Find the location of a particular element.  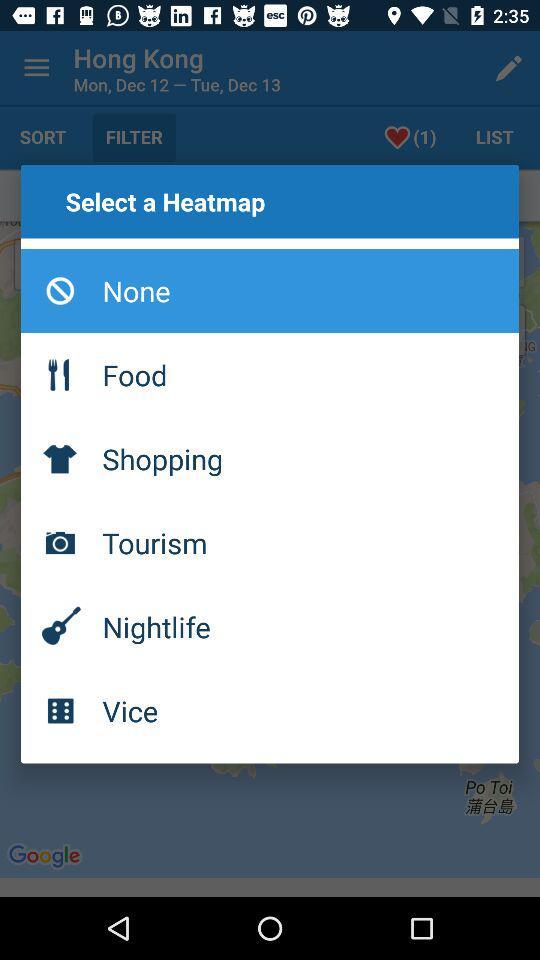

the item below the tourism icon is located at coordinates (270, 625).